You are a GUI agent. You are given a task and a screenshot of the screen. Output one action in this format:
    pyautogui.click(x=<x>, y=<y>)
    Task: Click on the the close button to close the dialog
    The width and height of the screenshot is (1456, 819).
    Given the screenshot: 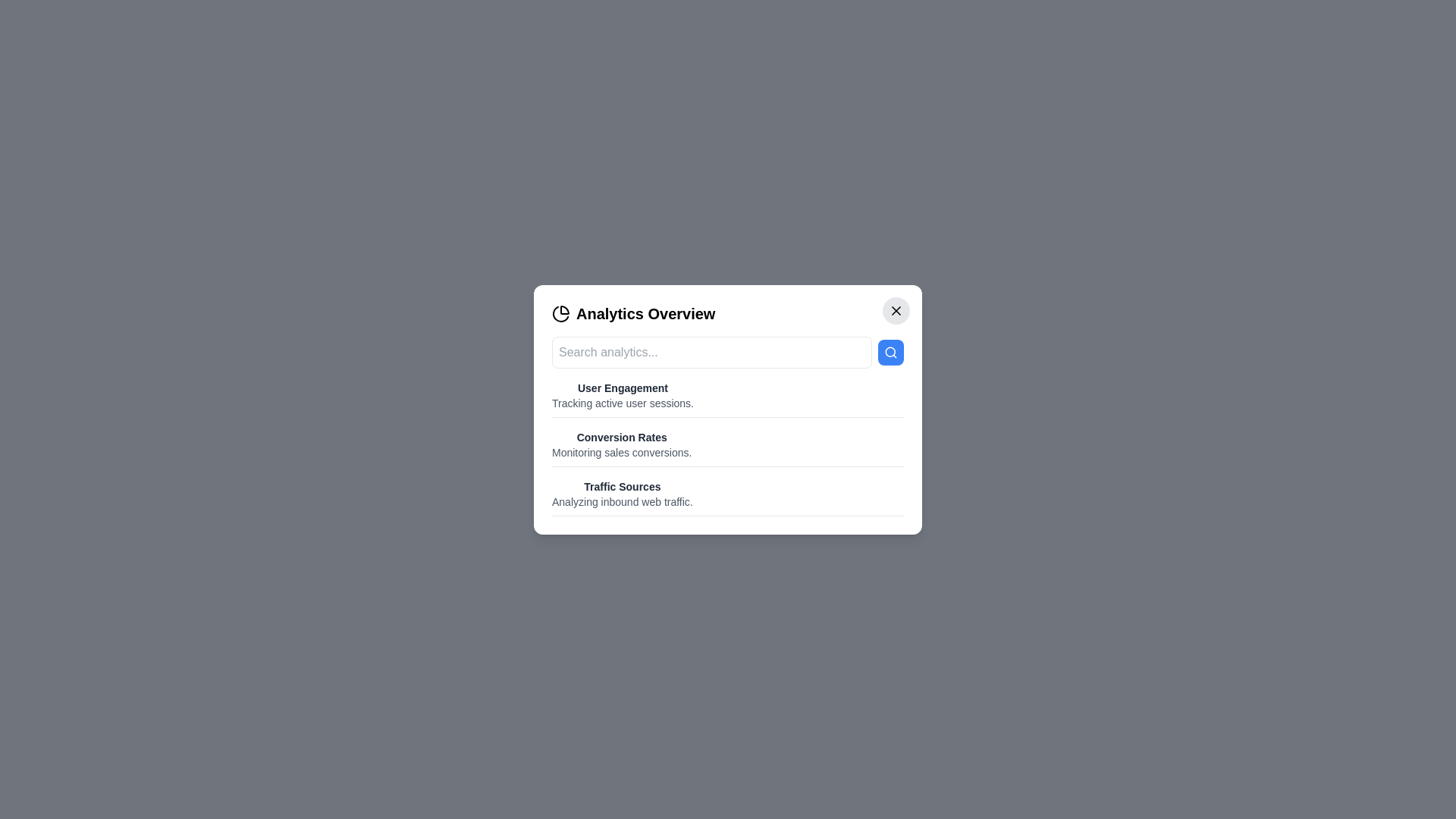 What is the action you would take?
    pyautogui.click(x=896, y=309)
    